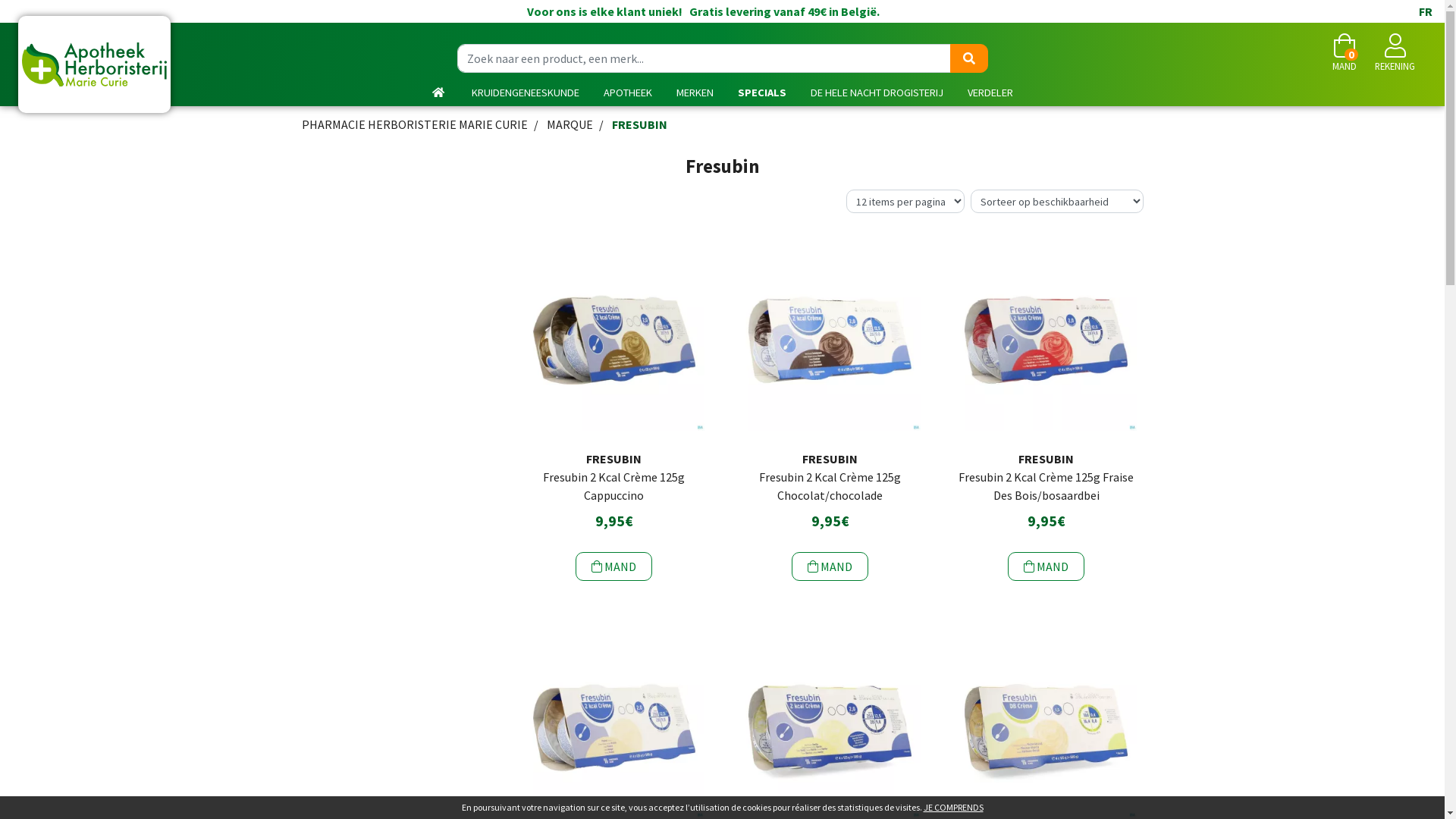 The width and height of the screenshot is (1456, 819). I want to click on 'SPECIALS', so click(761, 93).